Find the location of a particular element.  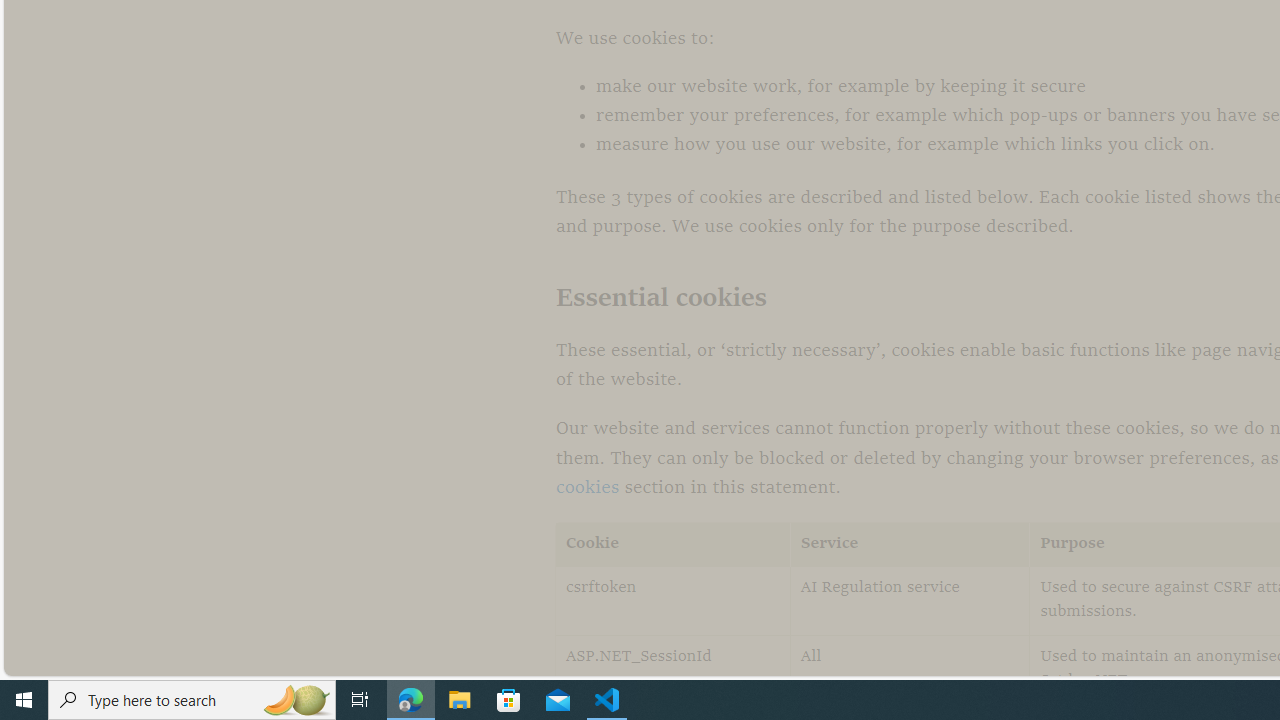

'Cookie' is located at coordinates (673, 544).